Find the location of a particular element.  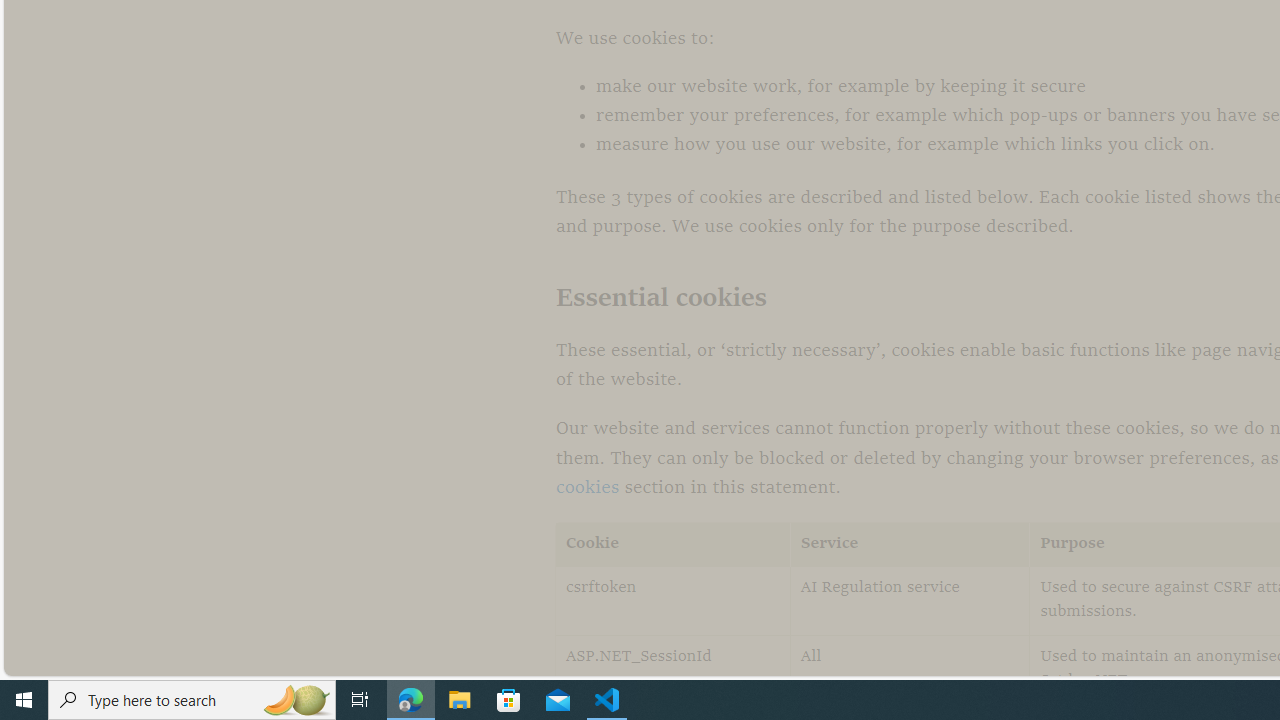

'Cookie' is located at coordinates (673, 544).